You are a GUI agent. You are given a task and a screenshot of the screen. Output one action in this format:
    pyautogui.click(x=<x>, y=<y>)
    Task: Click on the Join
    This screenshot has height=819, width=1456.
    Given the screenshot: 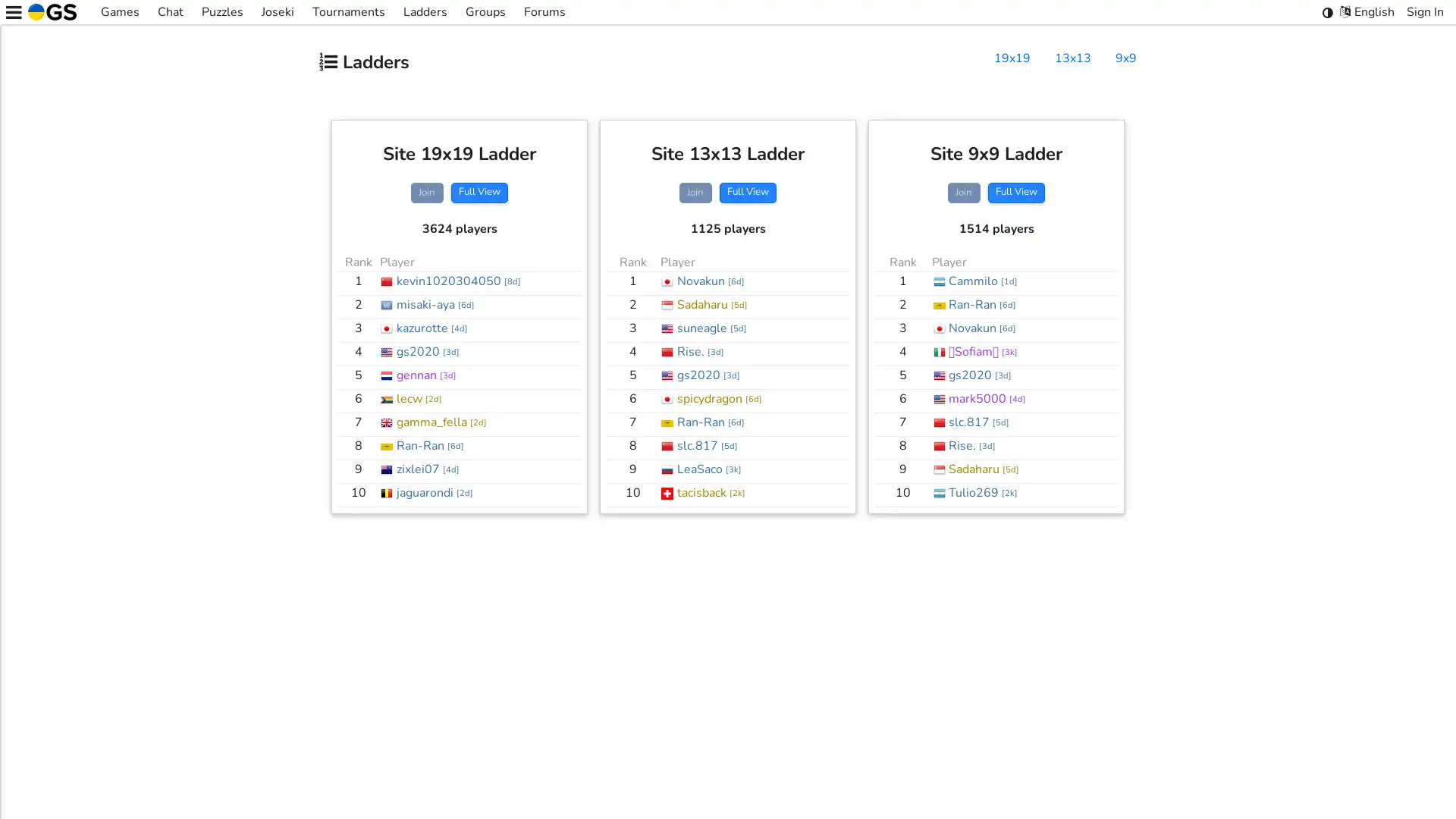 What is the action you would take?
    pyautogui.click(x=425, y=192)
    